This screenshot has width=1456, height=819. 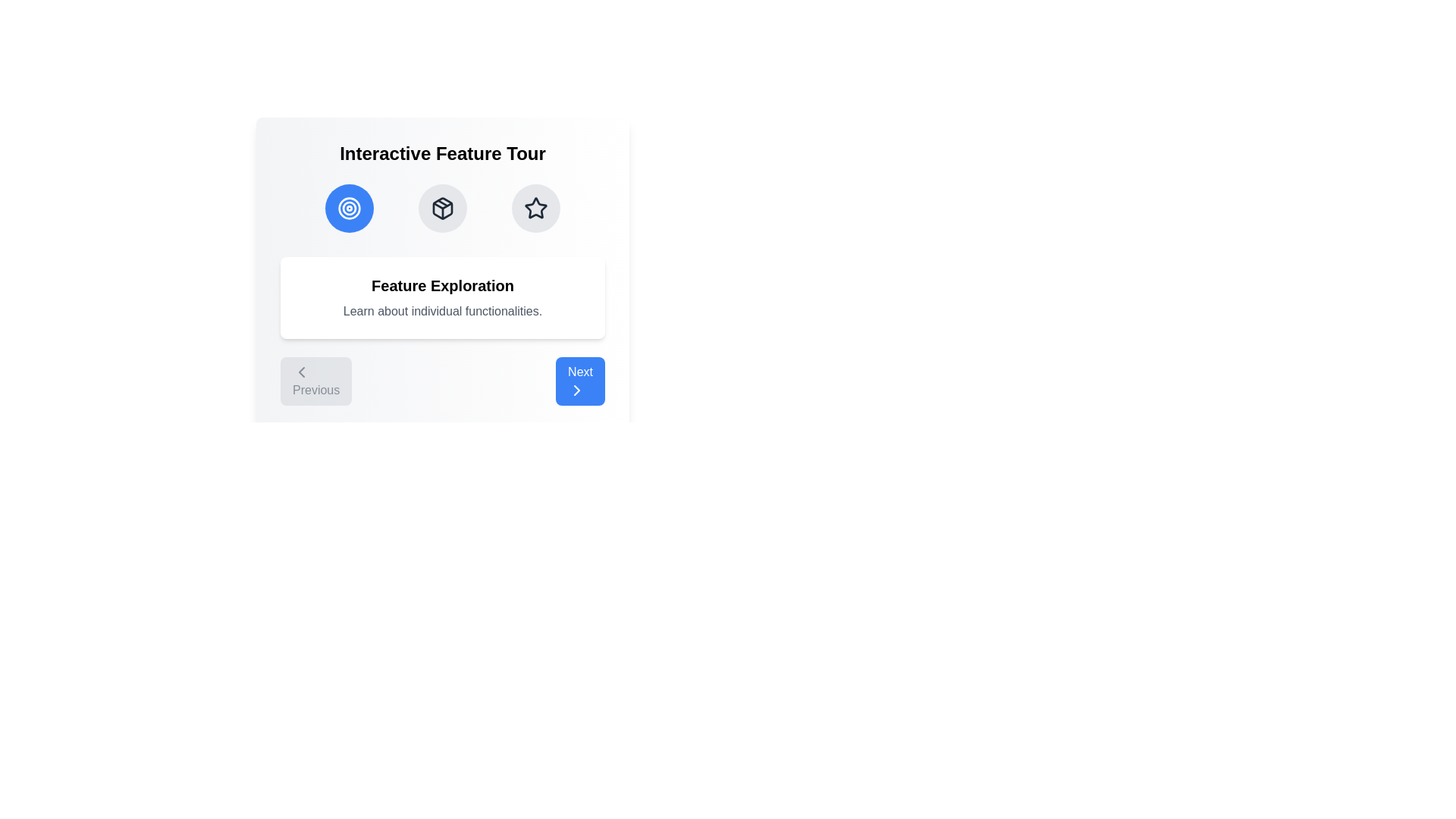 I want to click on the middle circular icon with a light gray background, located in a row of three icons under the 'Interactive Feature Tour' heading, so click(x=442, y=208).